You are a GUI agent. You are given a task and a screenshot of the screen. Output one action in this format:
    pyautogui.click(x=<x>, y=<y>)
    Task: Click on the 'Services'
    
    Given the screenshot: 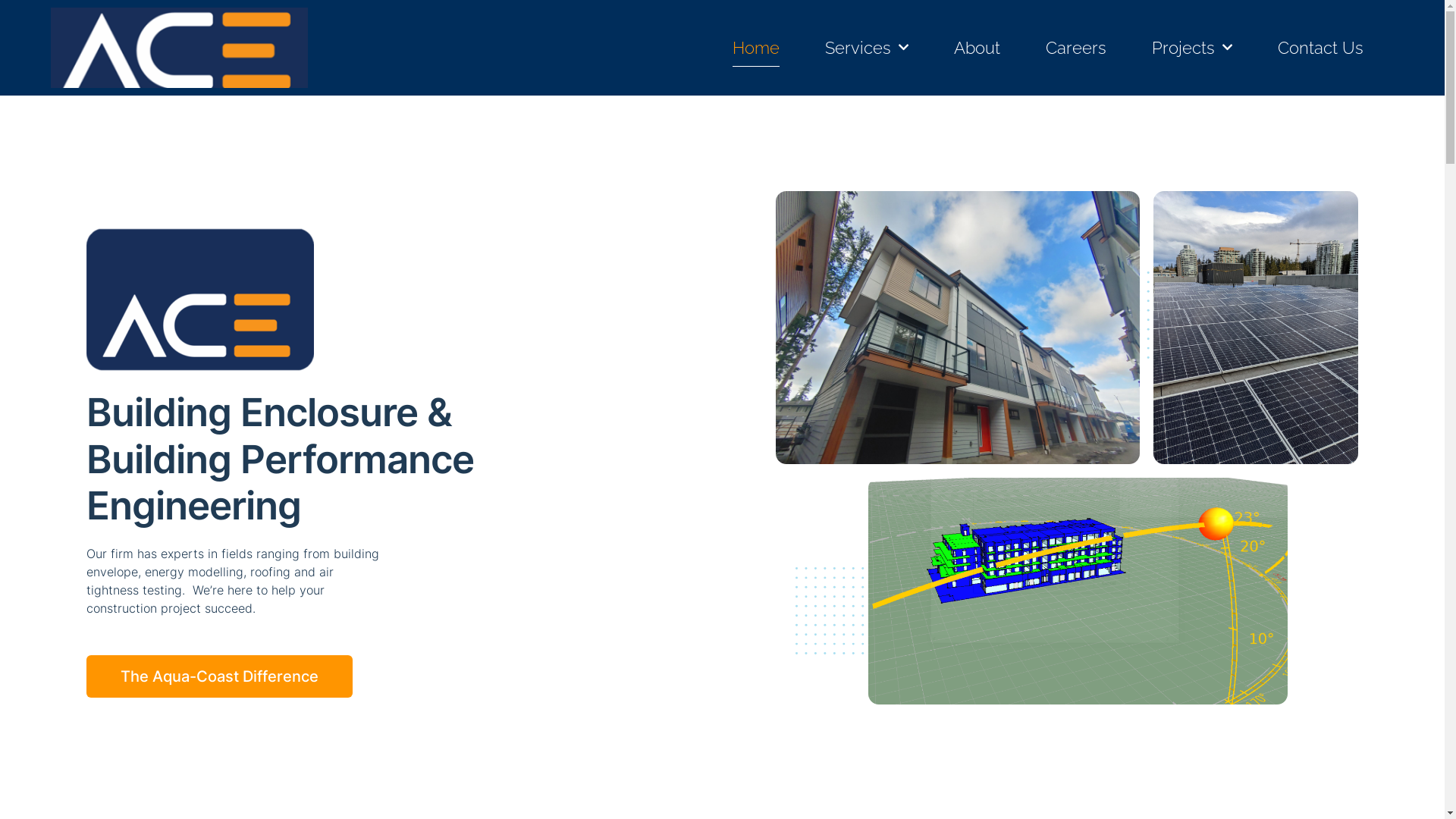 What is the action you would take?
    pyautogui.click(x=824, y=46)
    